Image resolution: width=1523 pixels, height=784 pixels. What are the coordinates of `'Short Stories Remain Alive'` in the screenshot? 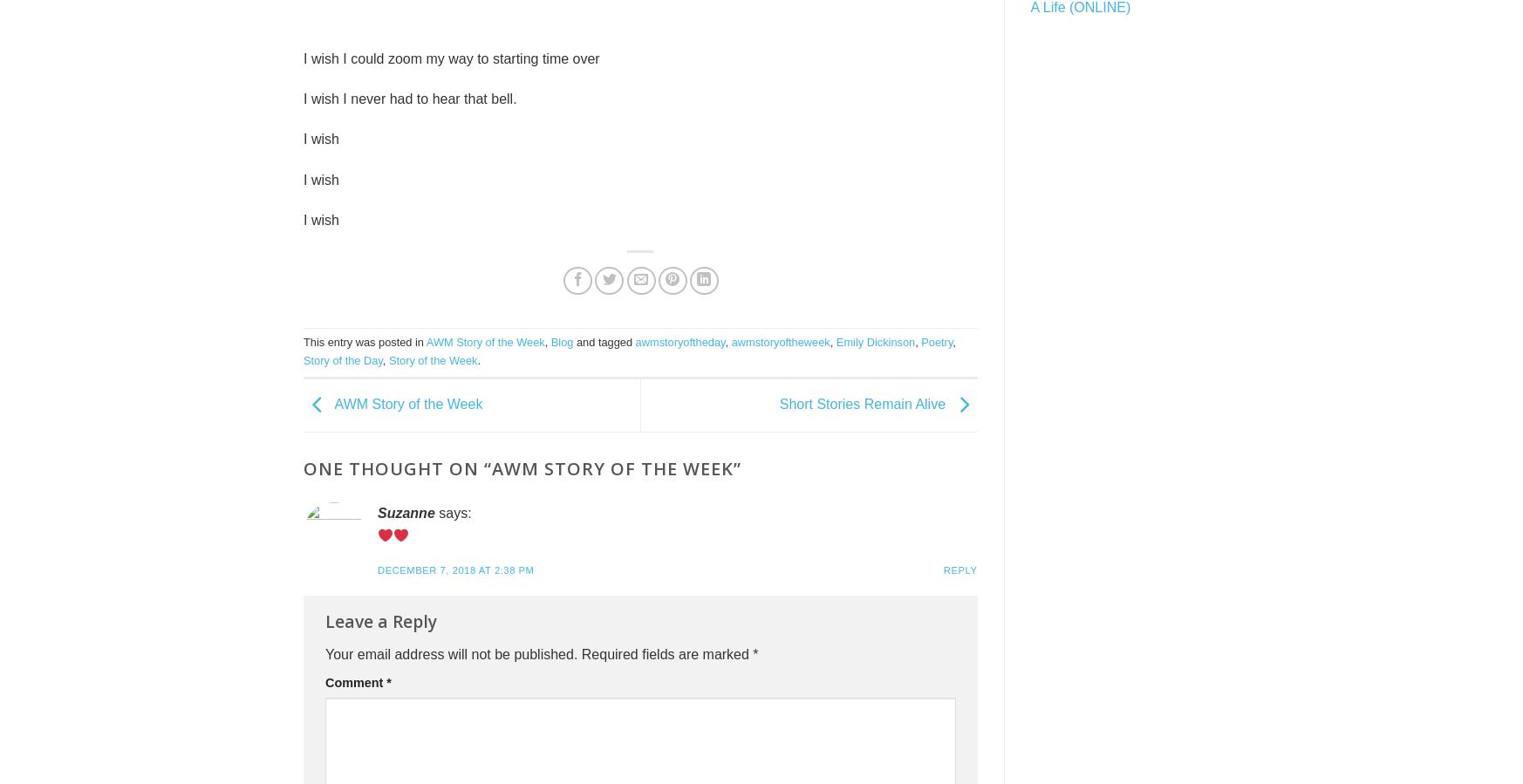 It's located at (864, 404).